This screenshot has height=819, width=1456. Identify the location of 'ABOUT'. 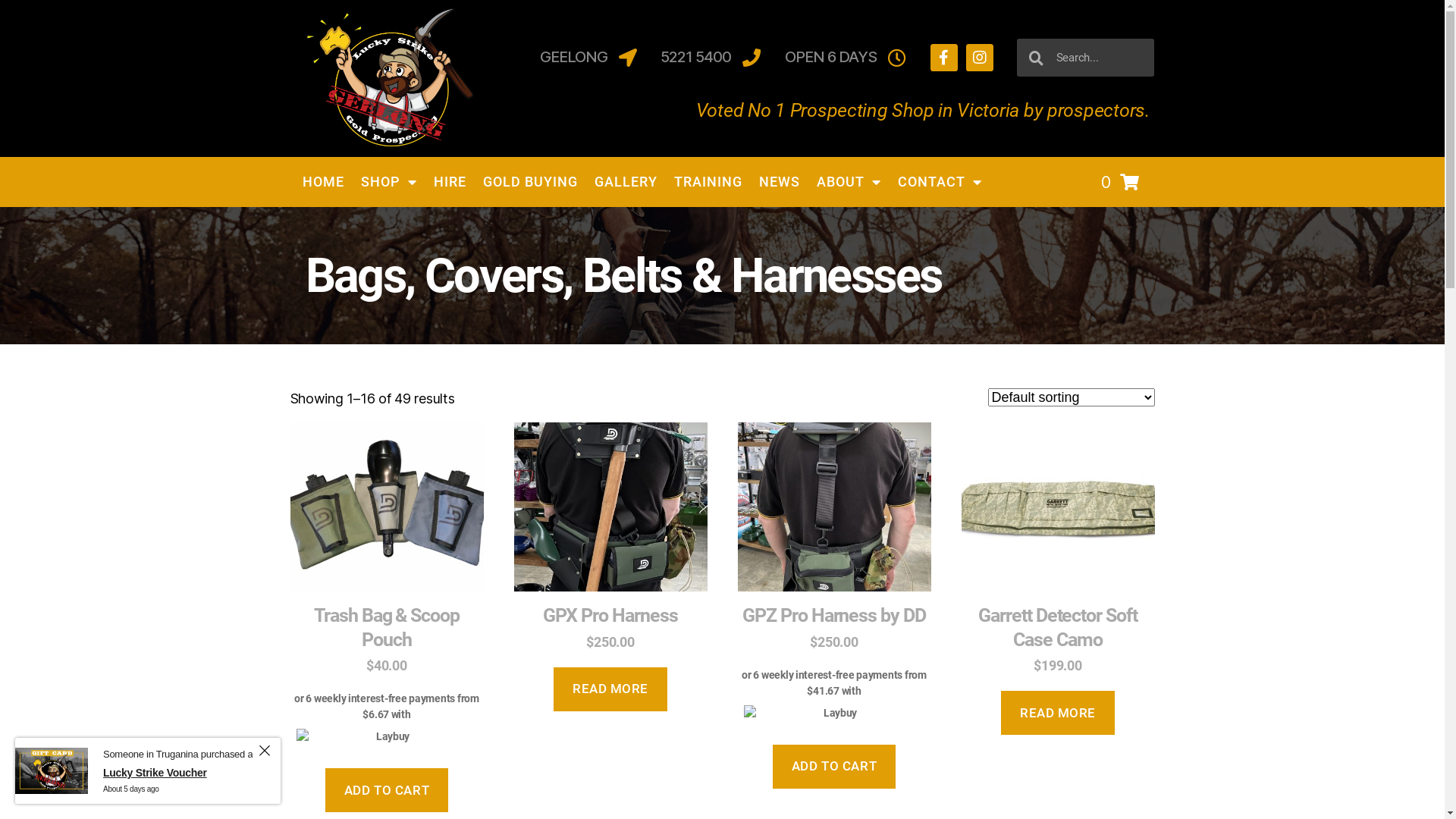
(807, 180).